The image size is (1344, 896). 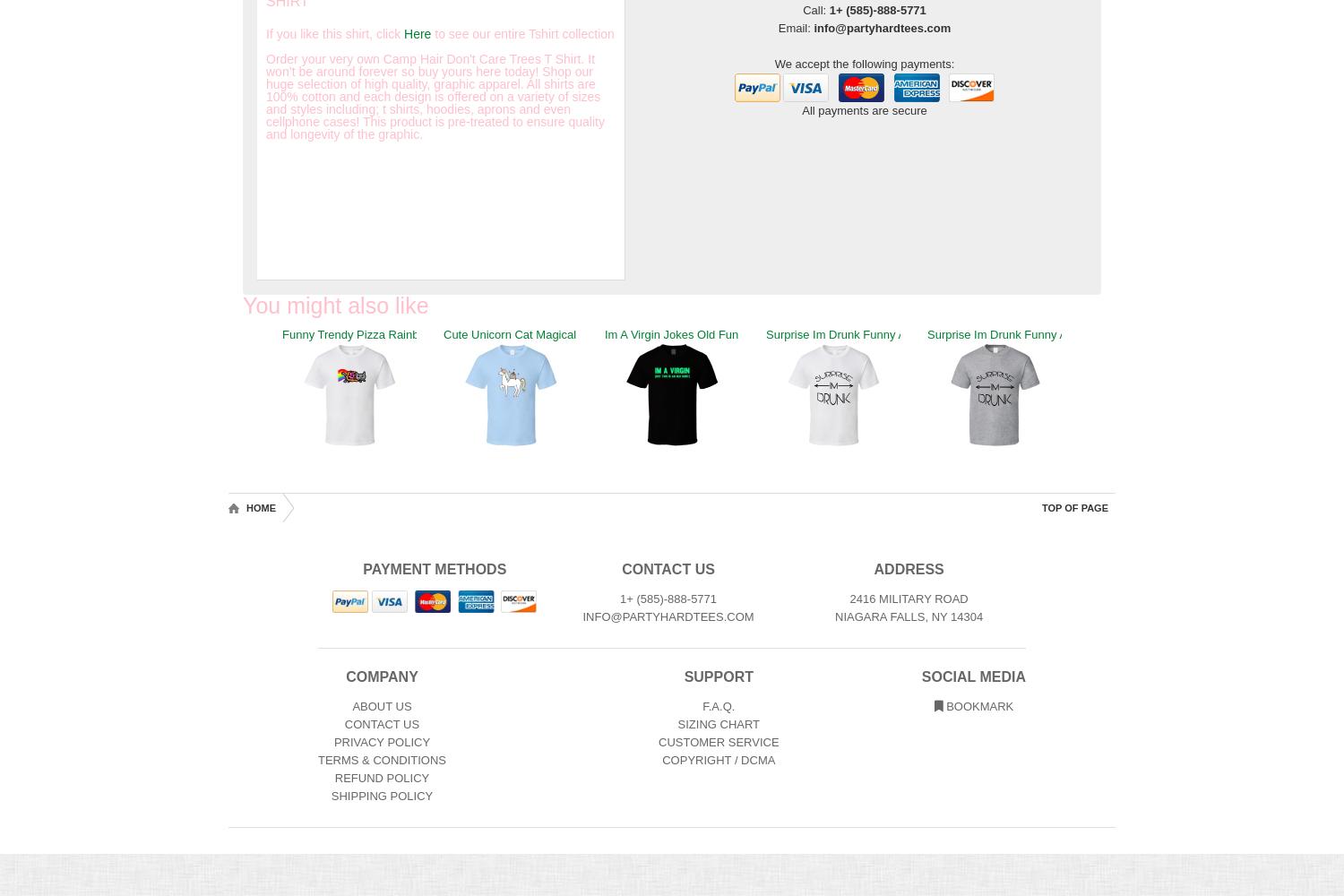 I want to click on 'Payment Methods', so click(x=433, y=569).